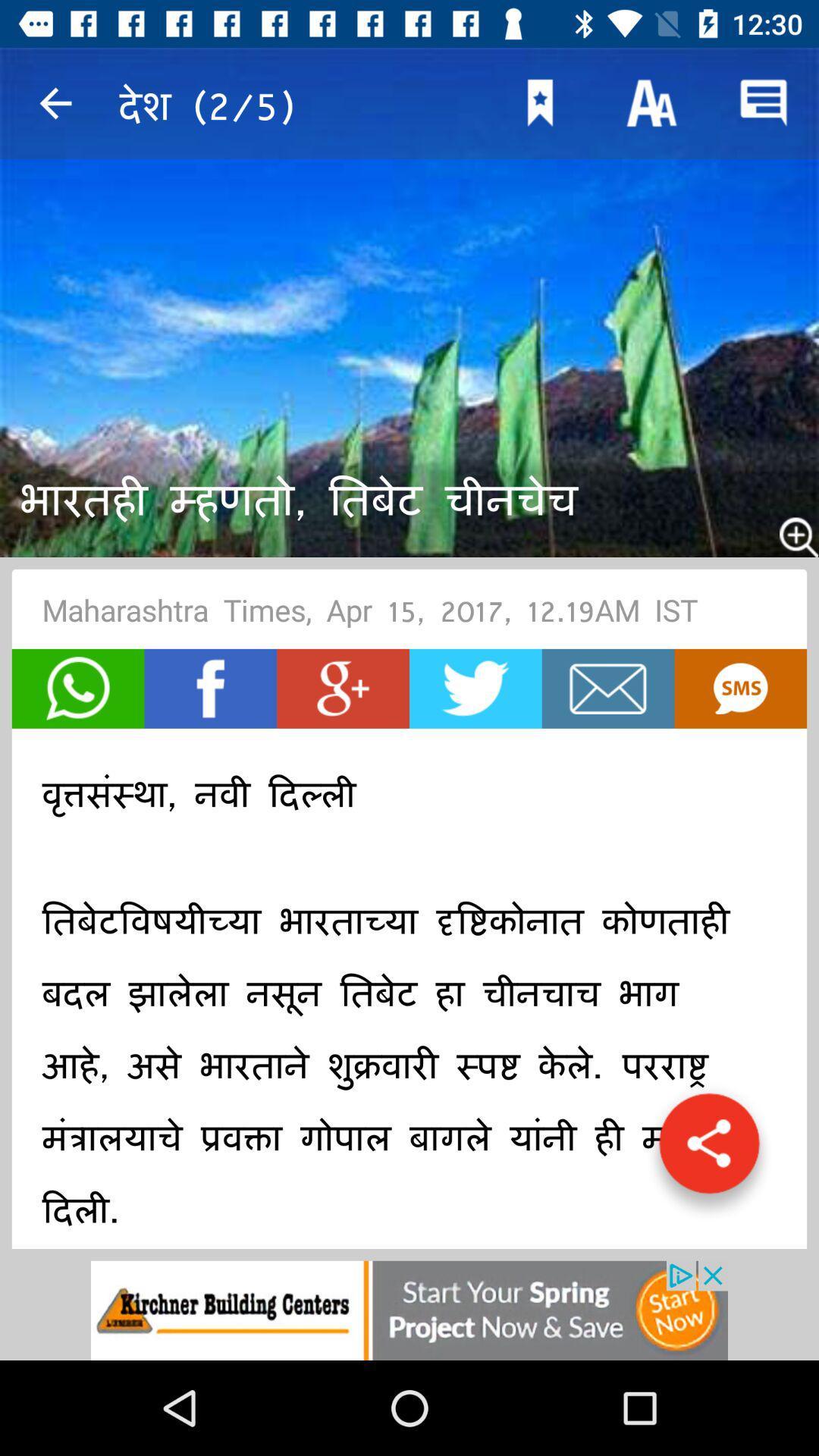 The width and height of the screenshot is (819, 1456). What do you see at coordinates (55, 102) in the screenshot?
I see `previous` at bounding box center [55, 102].